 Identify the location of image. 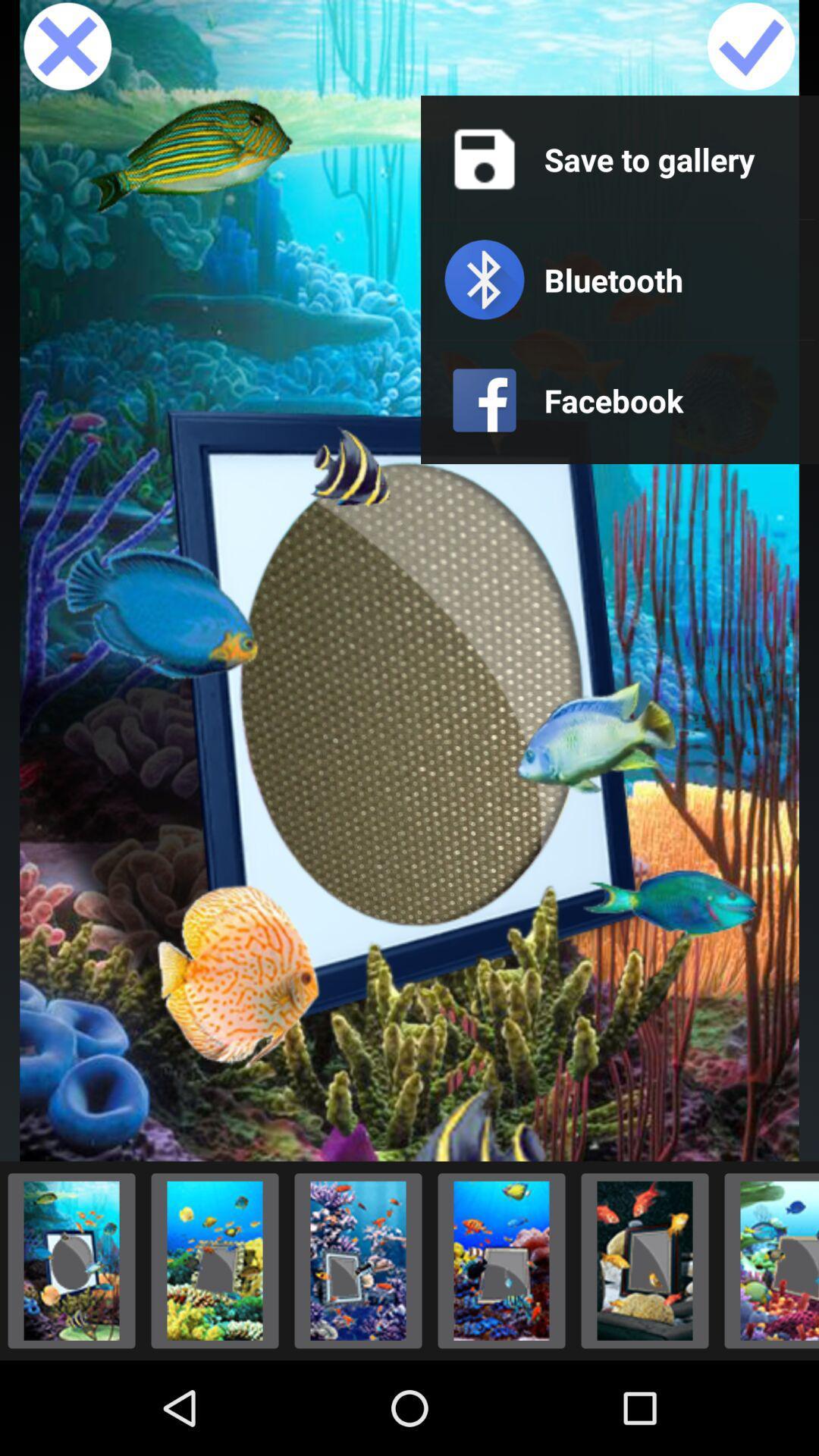
(751, 47).